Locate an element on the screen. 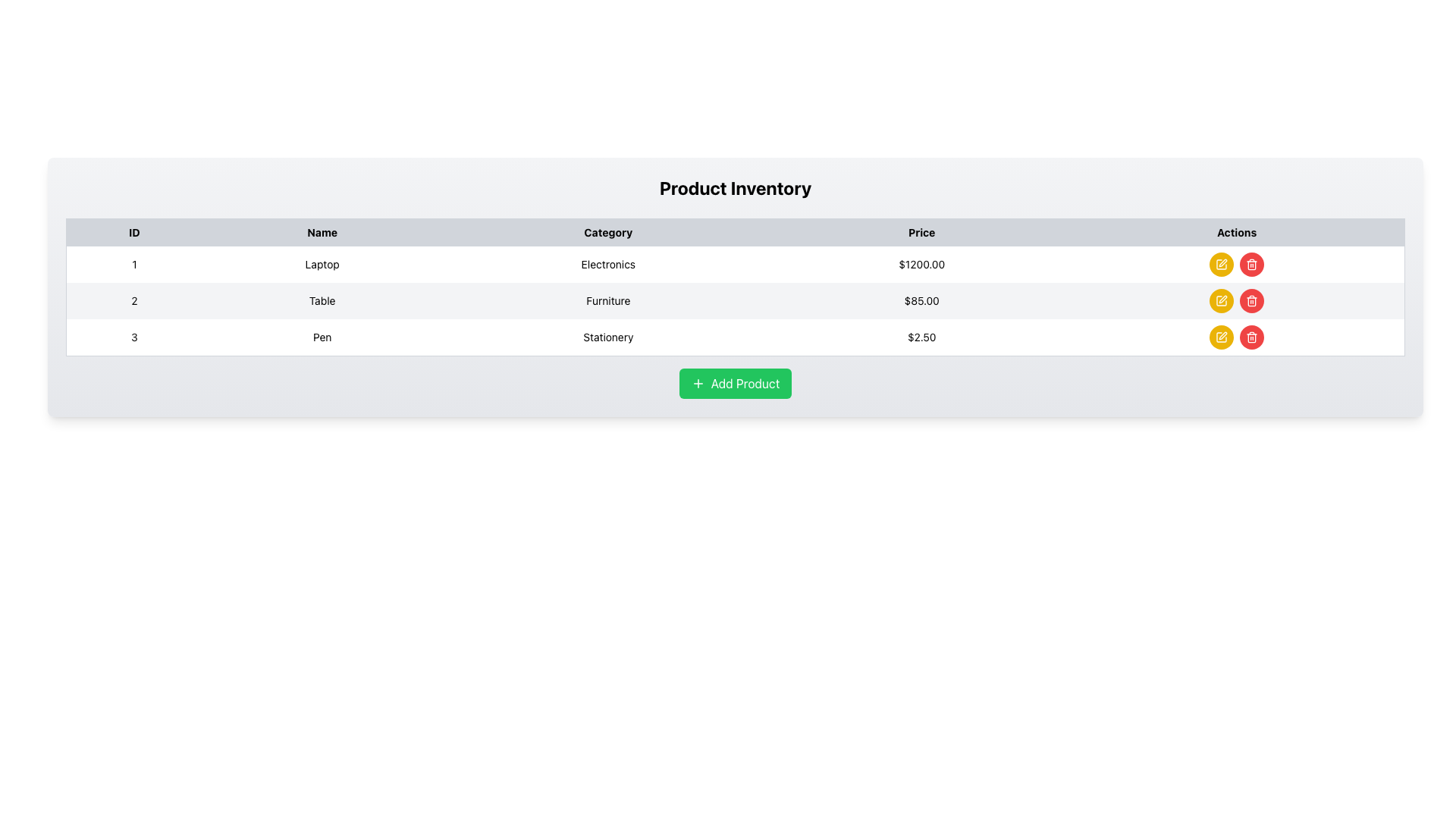 This screenshot has height=819, width=1456. the text label displaying 'Category', which is the third column header in the table, located between the 'Name' and 'Price' headers is located at coordinates (608, 232).